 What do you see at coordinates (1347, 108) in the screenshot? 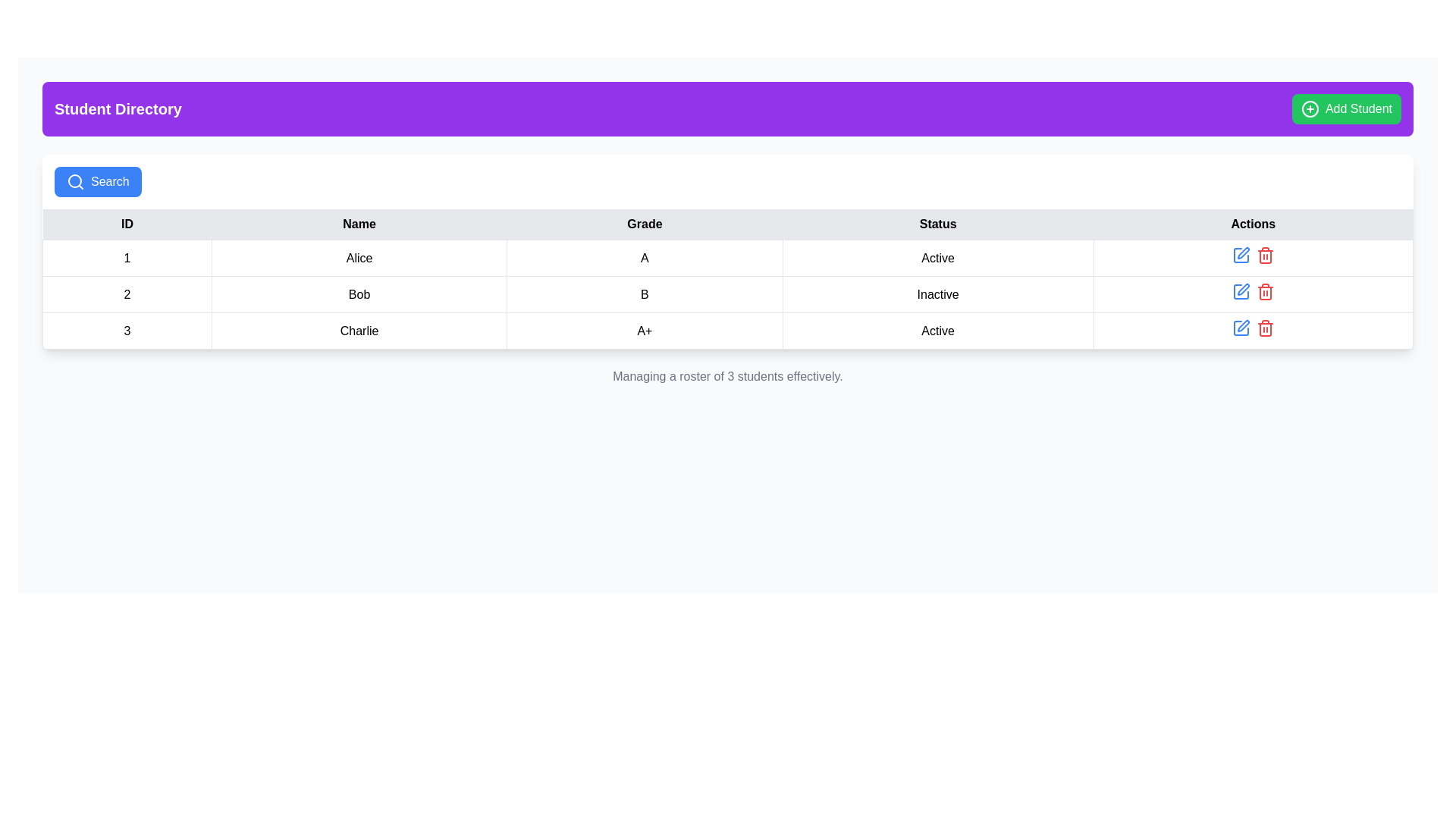
I see `the button used to add a new student to the directory, located in the top purple header bar, aligned to the right side after the 'Student Directory' text` at bounding box center [1347, 108].